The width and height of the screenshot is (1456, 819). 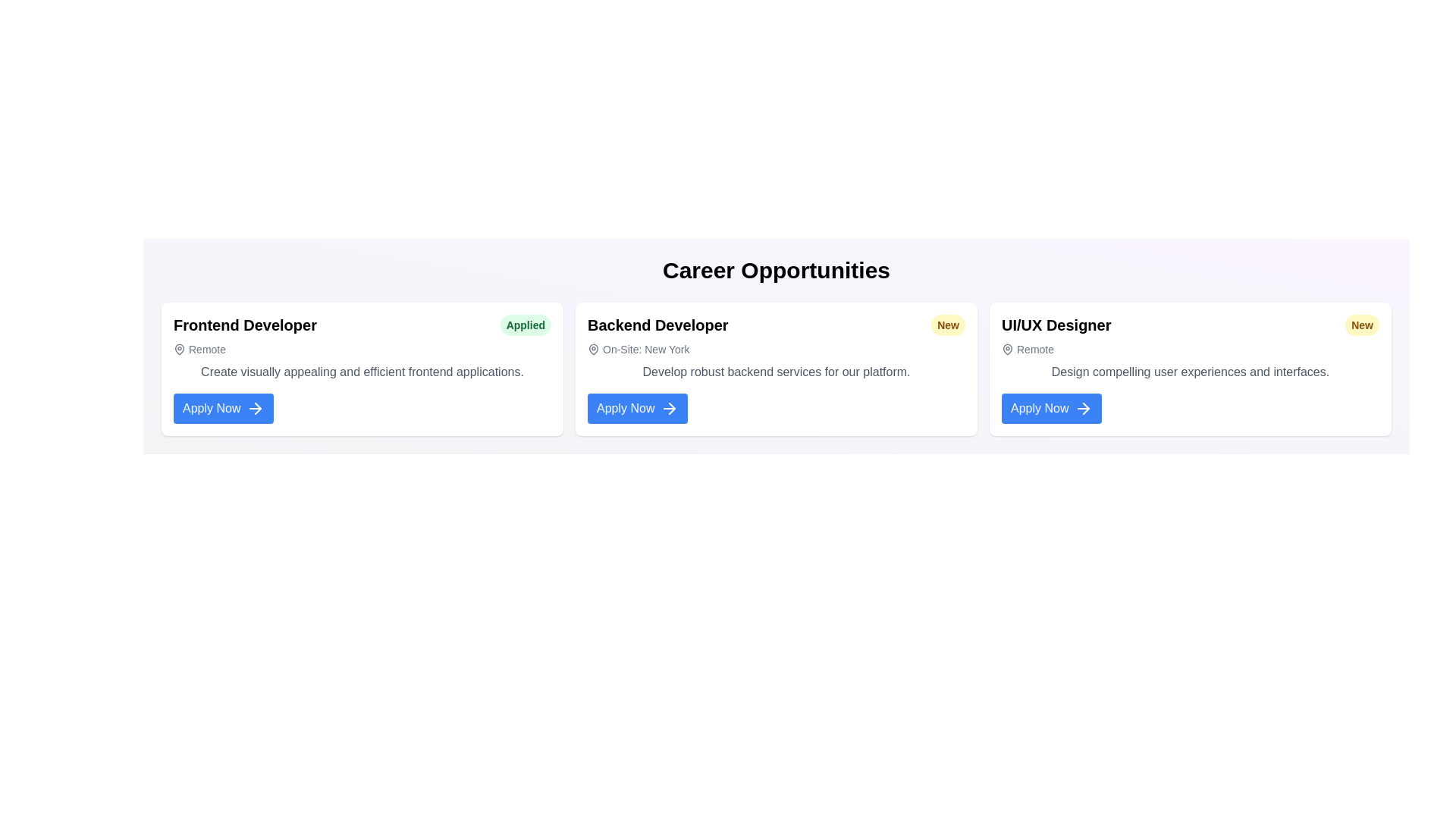 What do you see at coordinates (1008, 348) in the screenshot?
I see `the map pin SVG icon located to the left of the 'Remote' label in the 'UI/UX Designer' job posting box` at bounding box center [1008, 348].